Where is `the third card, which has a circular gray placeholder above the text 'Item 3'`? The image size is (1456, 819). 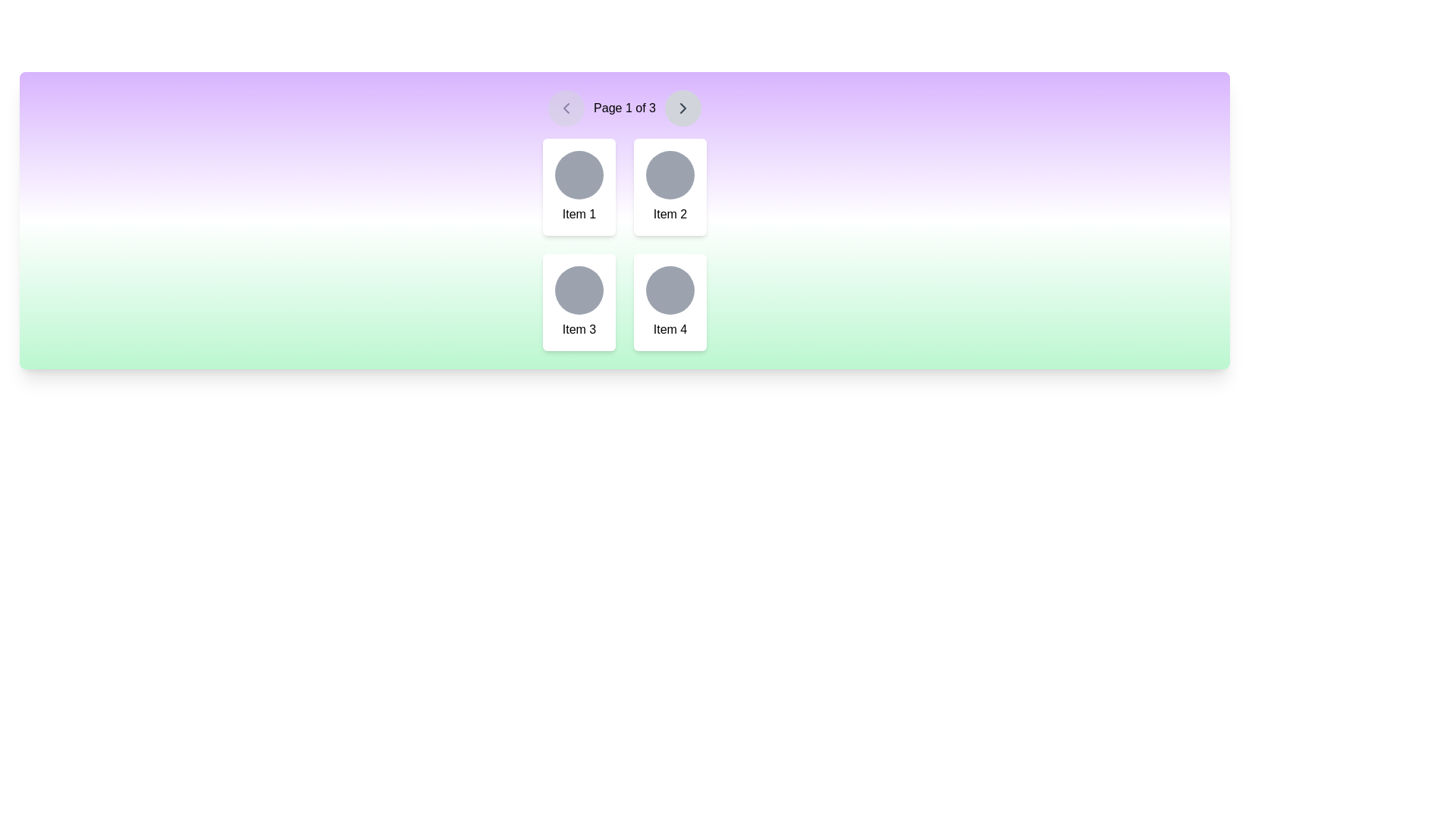 the third card, which has a circular gray placeholder above the text 'Item 3' is located at coordinates (578, 302).